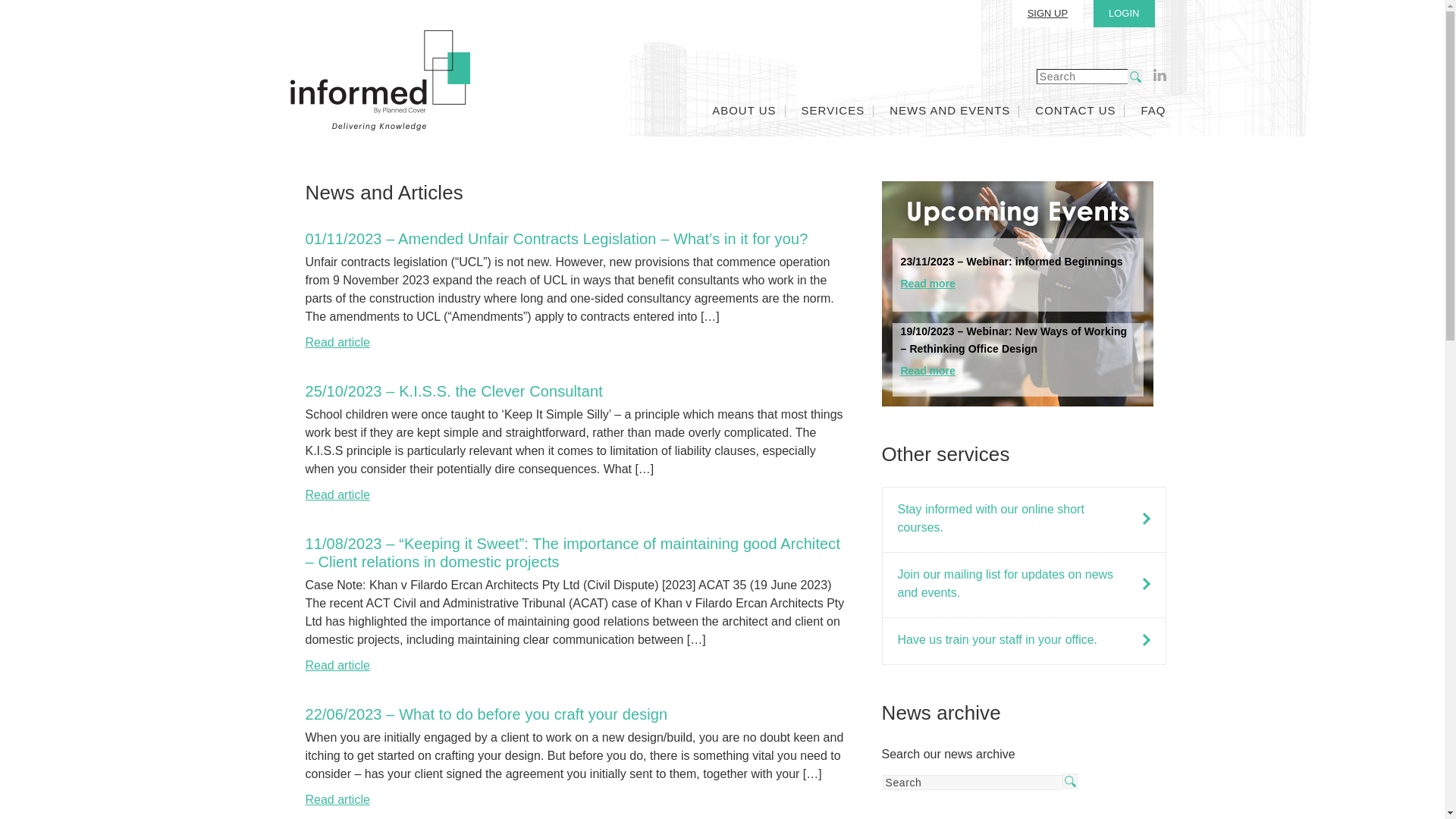 This screenshot has width=1456, height=819. What do you see at coordinates (1074, 109) in the screenshot?
I see `'CONTACT US'` at bounding box center [1074, 109].